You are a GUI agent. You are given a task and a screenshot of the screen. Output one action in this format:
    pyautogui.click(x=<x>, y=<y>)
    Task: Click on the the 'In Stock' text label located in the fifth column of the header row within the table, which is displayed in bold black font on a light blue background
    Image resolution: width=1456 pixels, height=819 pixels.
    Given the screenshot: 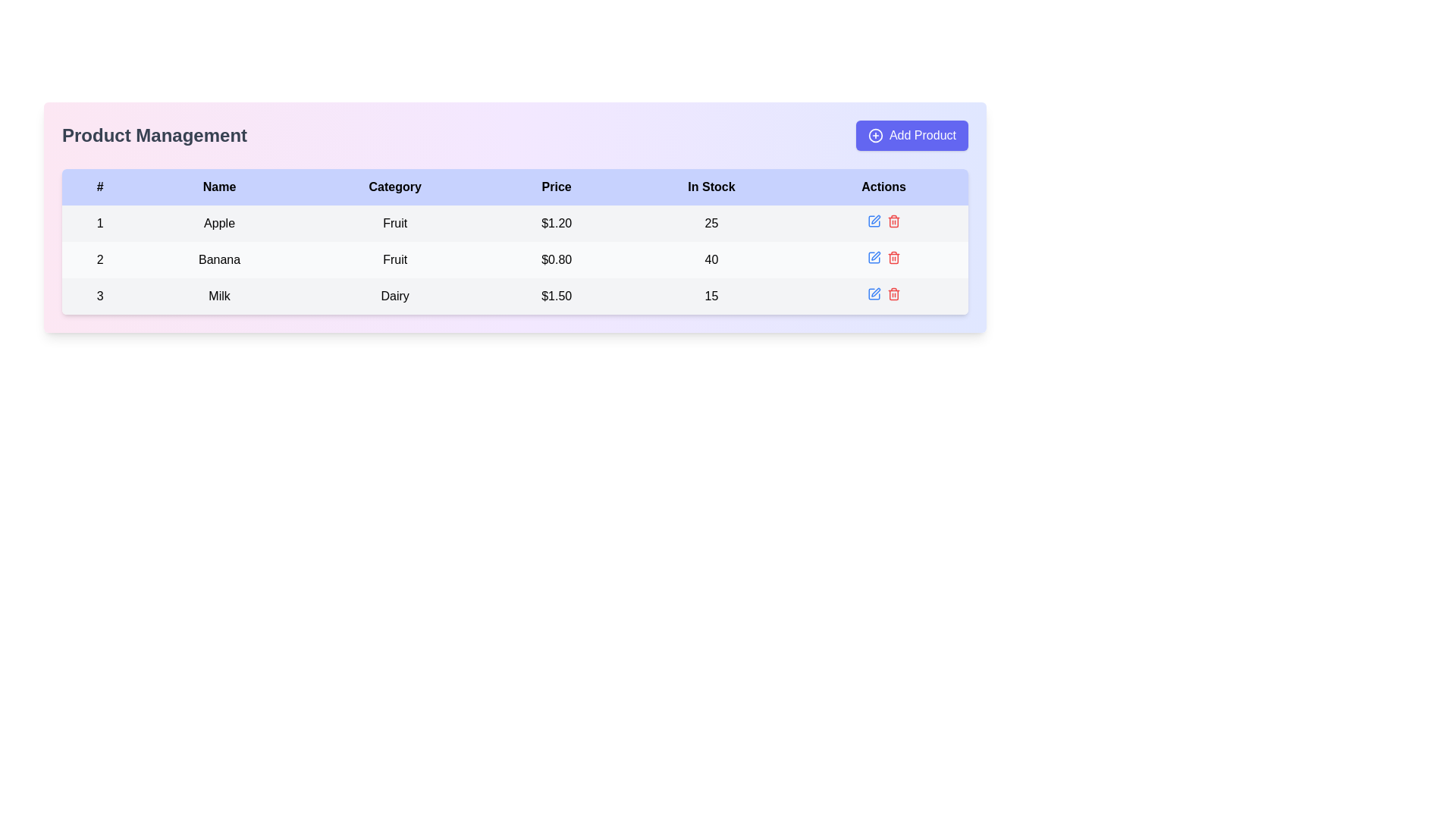 What is the action you would take?
    pyautogui.click(x=711, y=186)
    